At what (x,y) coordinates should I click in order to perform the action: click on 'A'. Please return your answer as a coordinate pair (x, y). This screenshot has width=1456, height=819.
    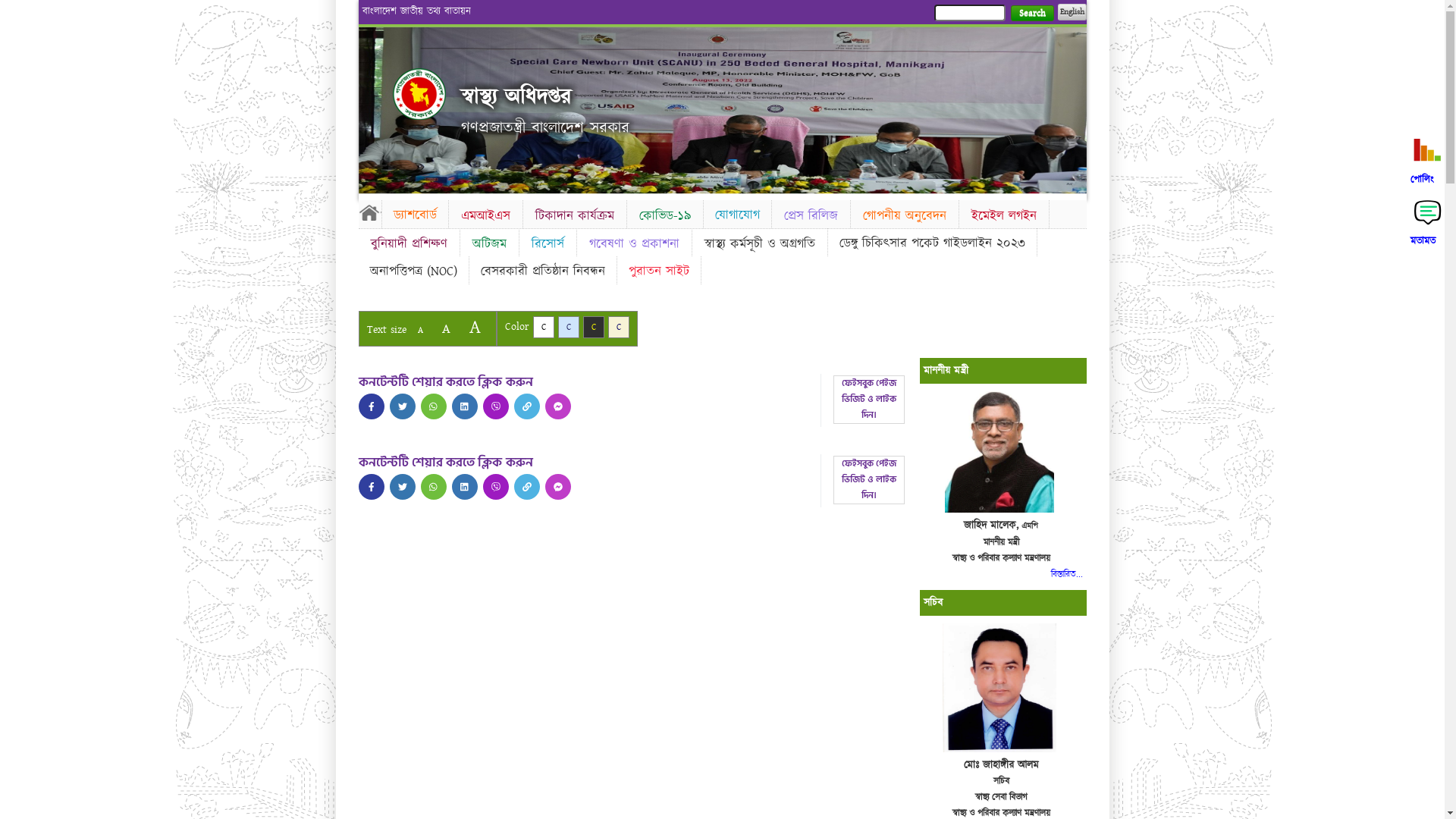
    Looking at the image, I should click on (444, 328).